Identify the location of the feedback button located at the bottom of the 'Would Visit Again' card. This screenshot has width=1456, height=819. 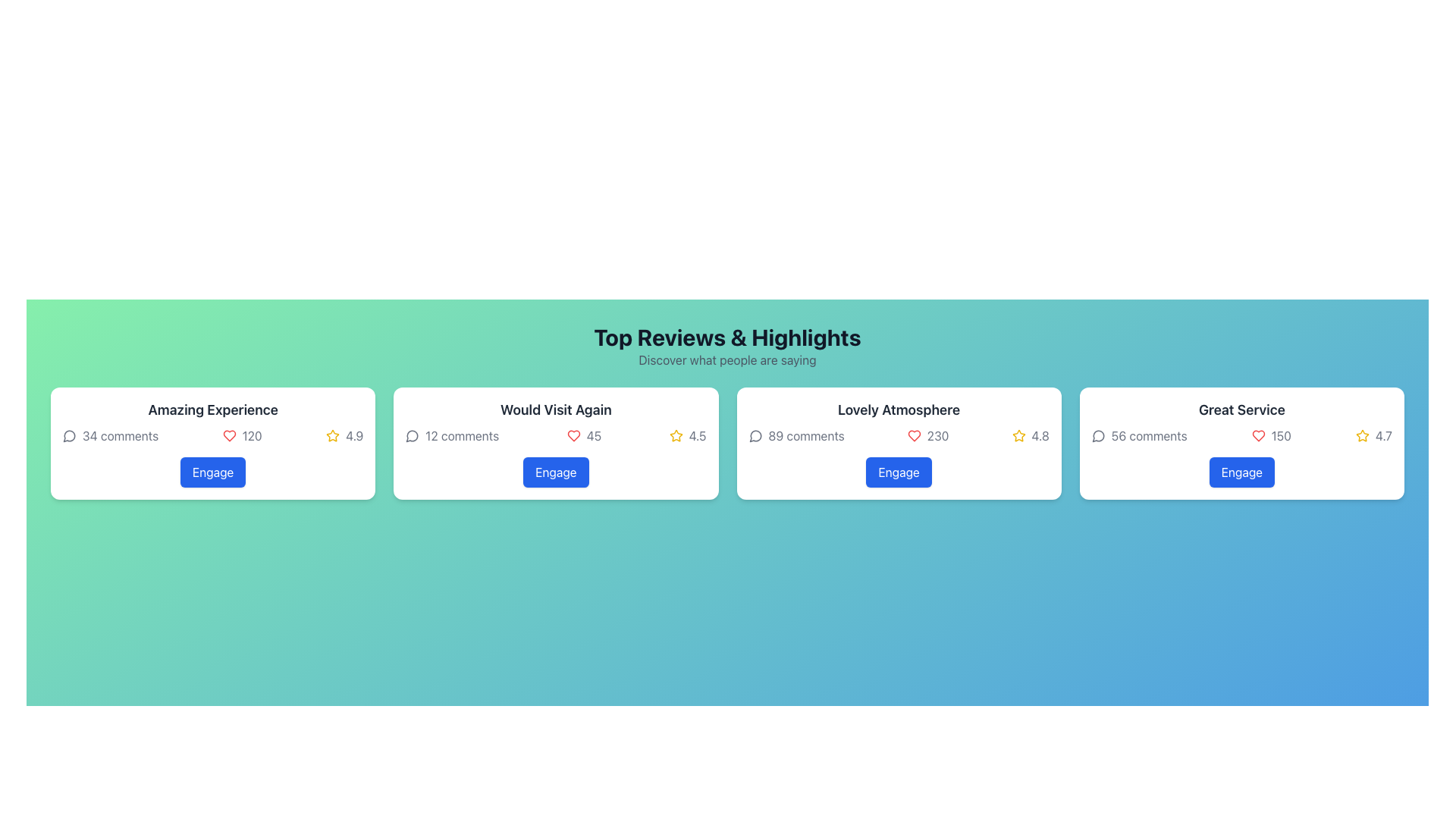
(555, 472).